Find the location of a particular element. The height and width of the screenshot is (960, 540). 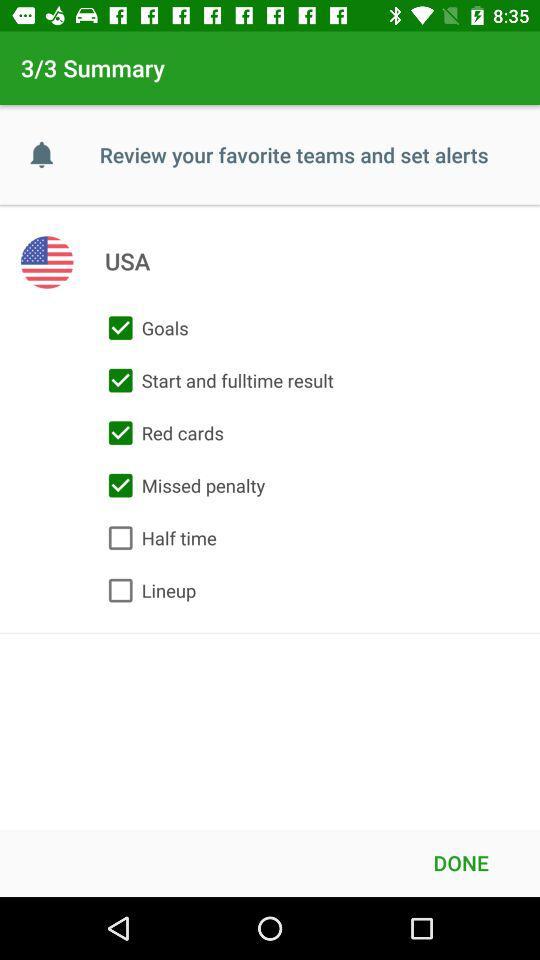

item below the start and fulltime item is located at coordinates (160, 433).